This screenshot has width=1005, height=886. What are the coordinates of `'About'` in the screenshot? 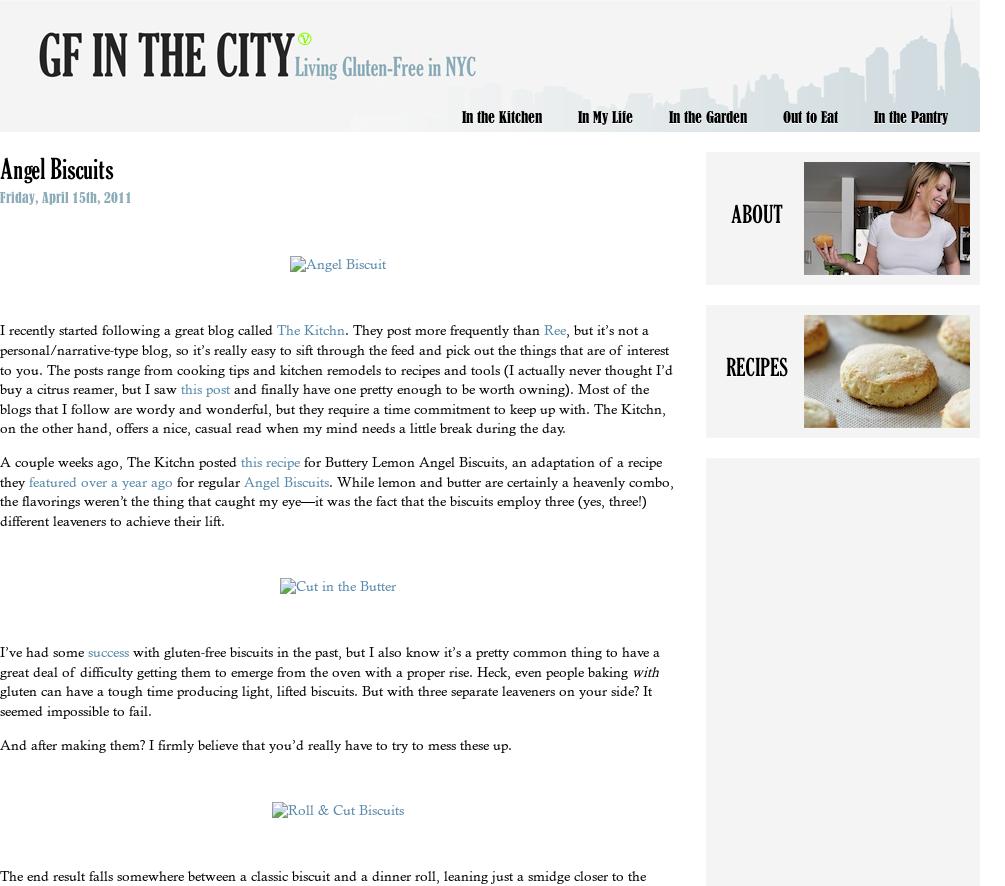 It's located at (756, 213).